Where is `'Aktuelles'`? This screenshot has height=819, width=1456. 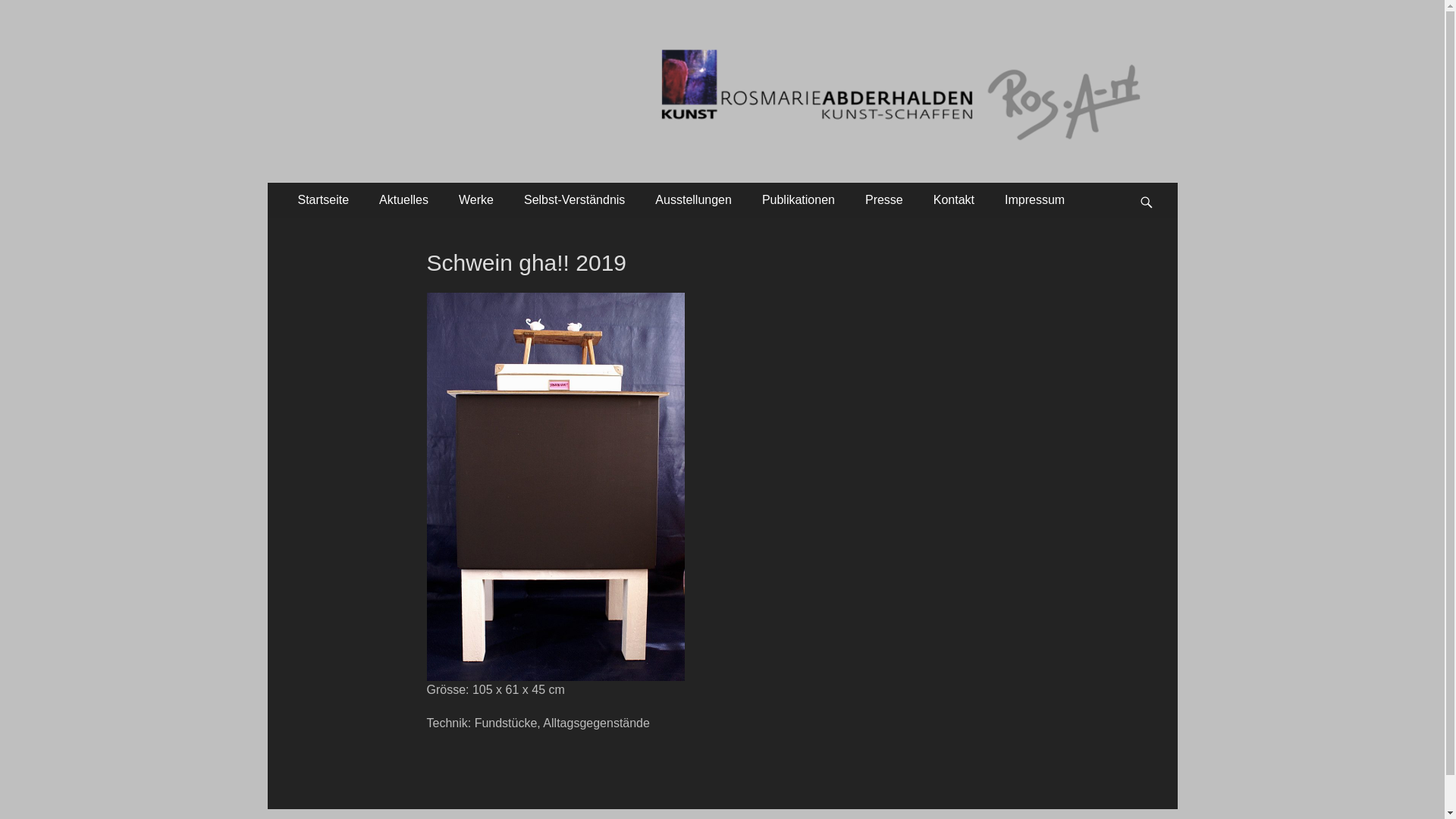
'Aktuelles' is located at coordinates (403, 199).